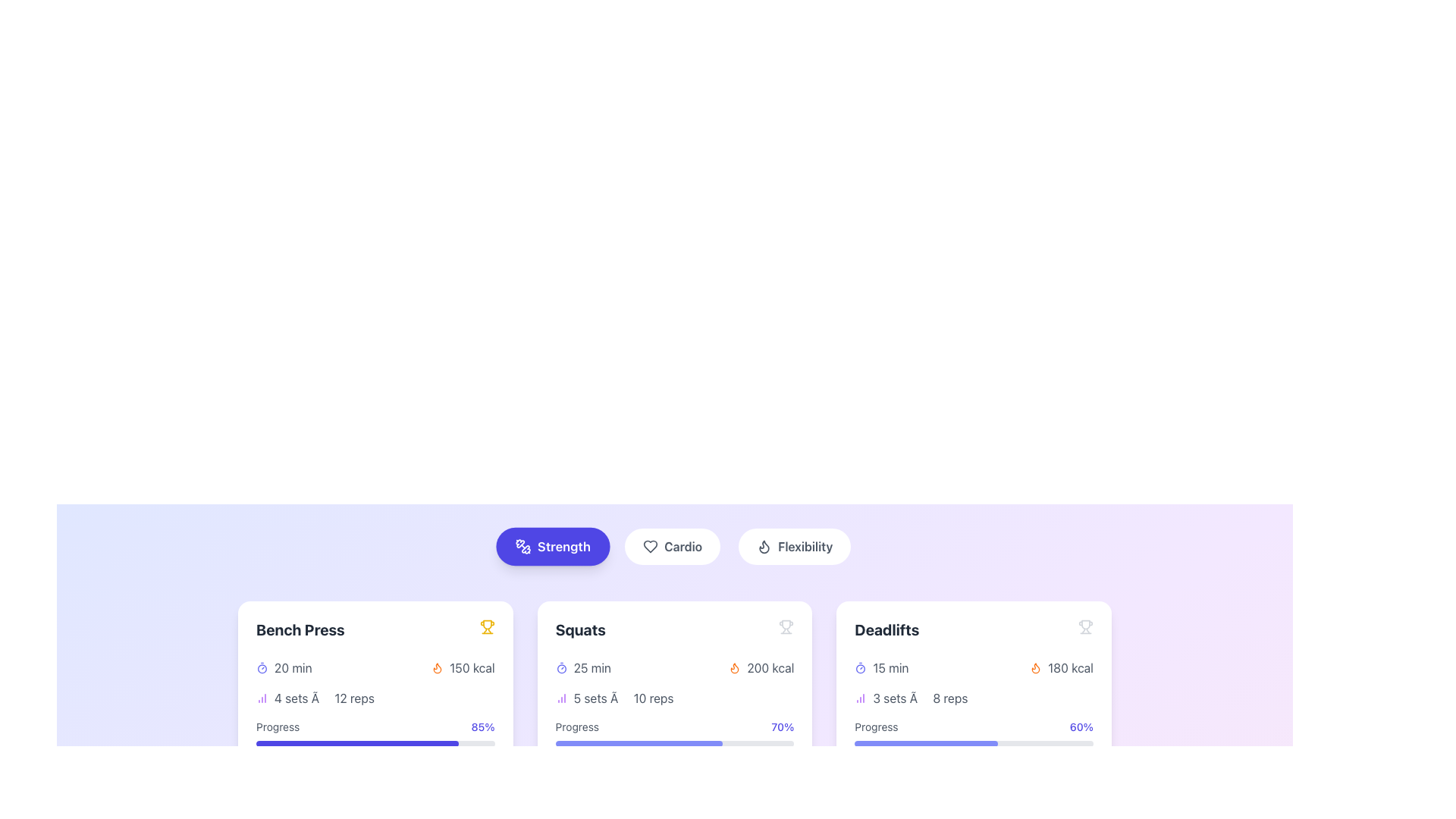 The image size is (1456, 819). What do you see at coordinates (437, 667) in the screenshot?
I see `the flame-shaped icon in bright orange color located to the left of the text reading '150 kcal'` at bounding box center [437, 667].